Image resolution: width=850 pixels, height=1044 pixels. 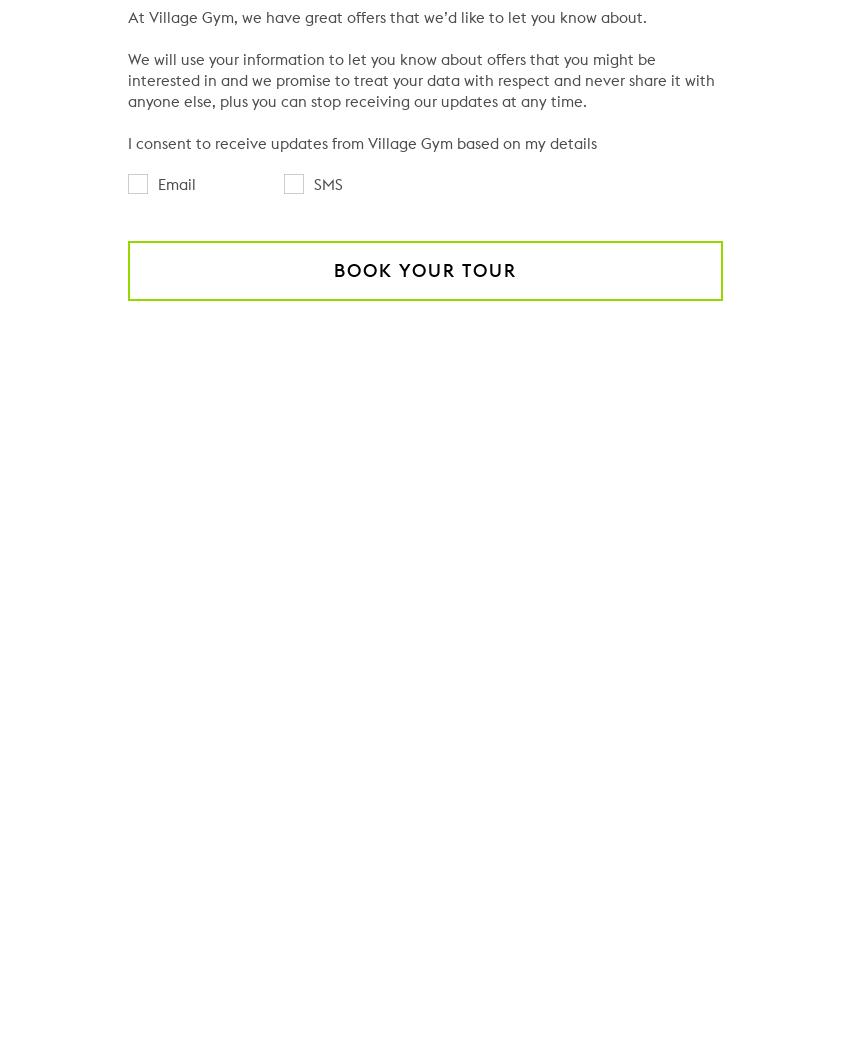 What do you see at coordinates (388, 676) in the screenshot?
I see `'Do you offer swimming lessons at your gym in Warrington?'` at bounding box center [388, 676].